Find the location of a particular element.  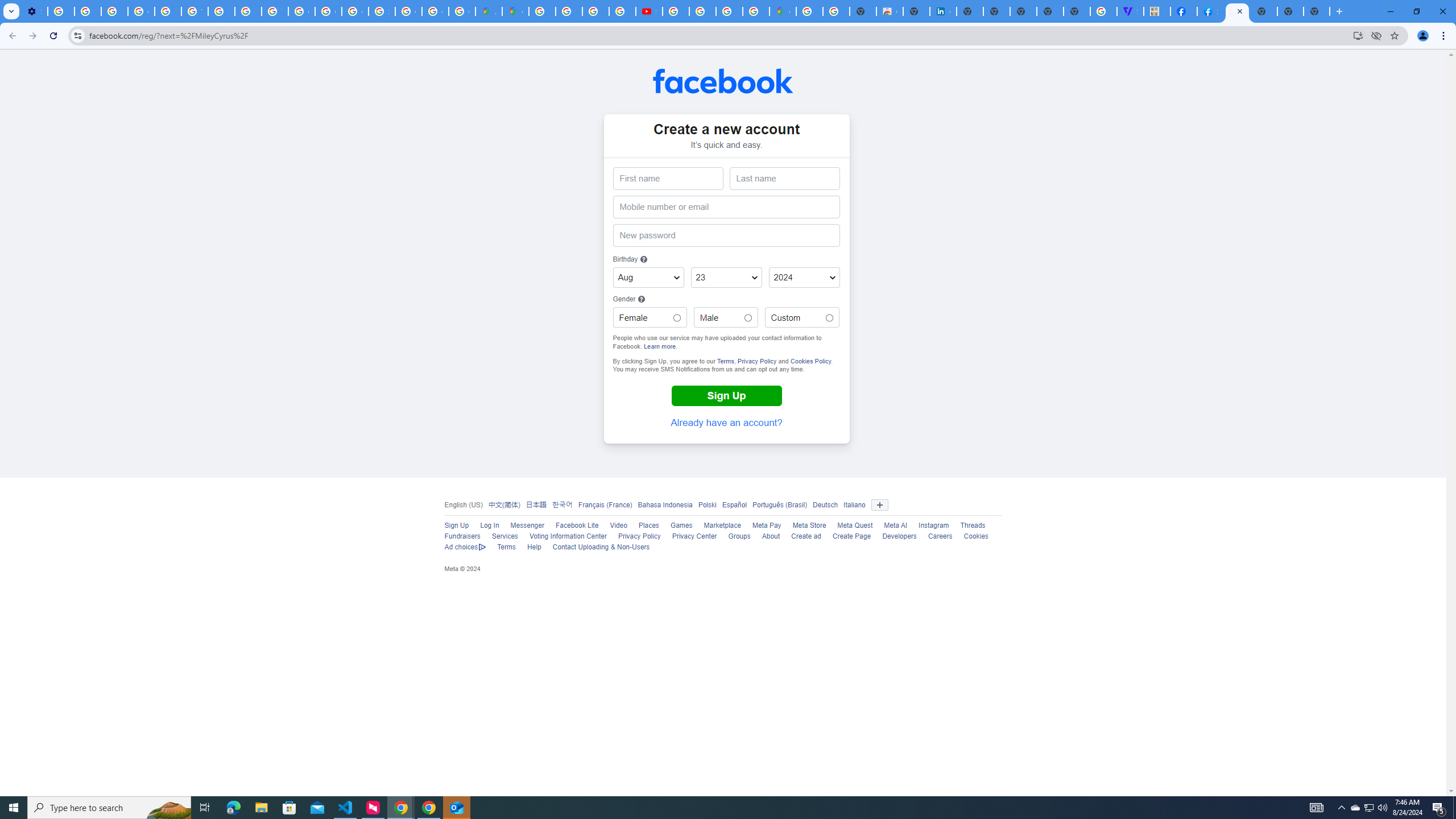

'How Chrome protects your passwords - Google Chrome Help' is located at coordinates (676, 11).